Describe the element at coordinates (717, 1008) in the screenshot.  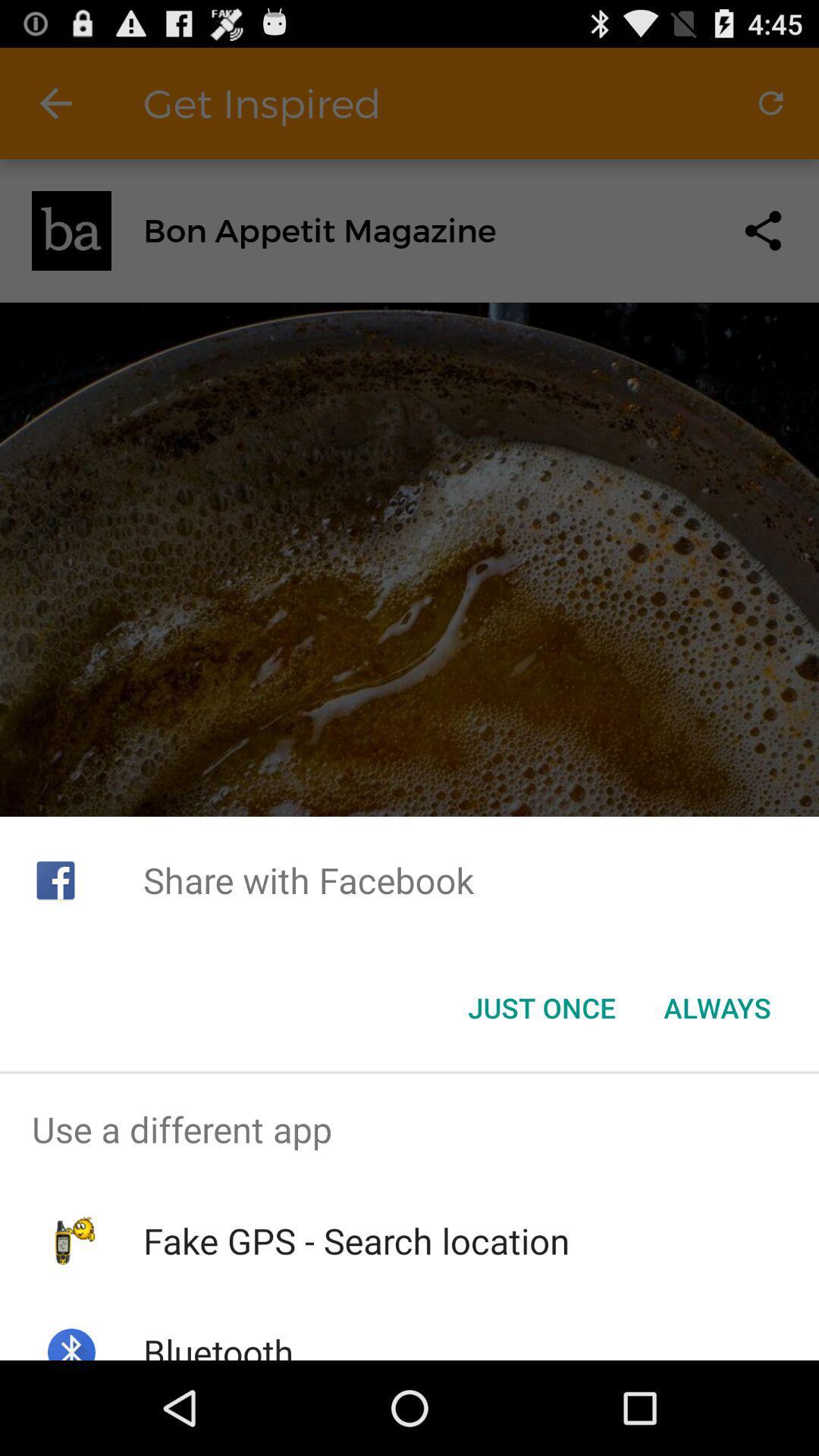
I see `the button at the bottom right corner` at that location.